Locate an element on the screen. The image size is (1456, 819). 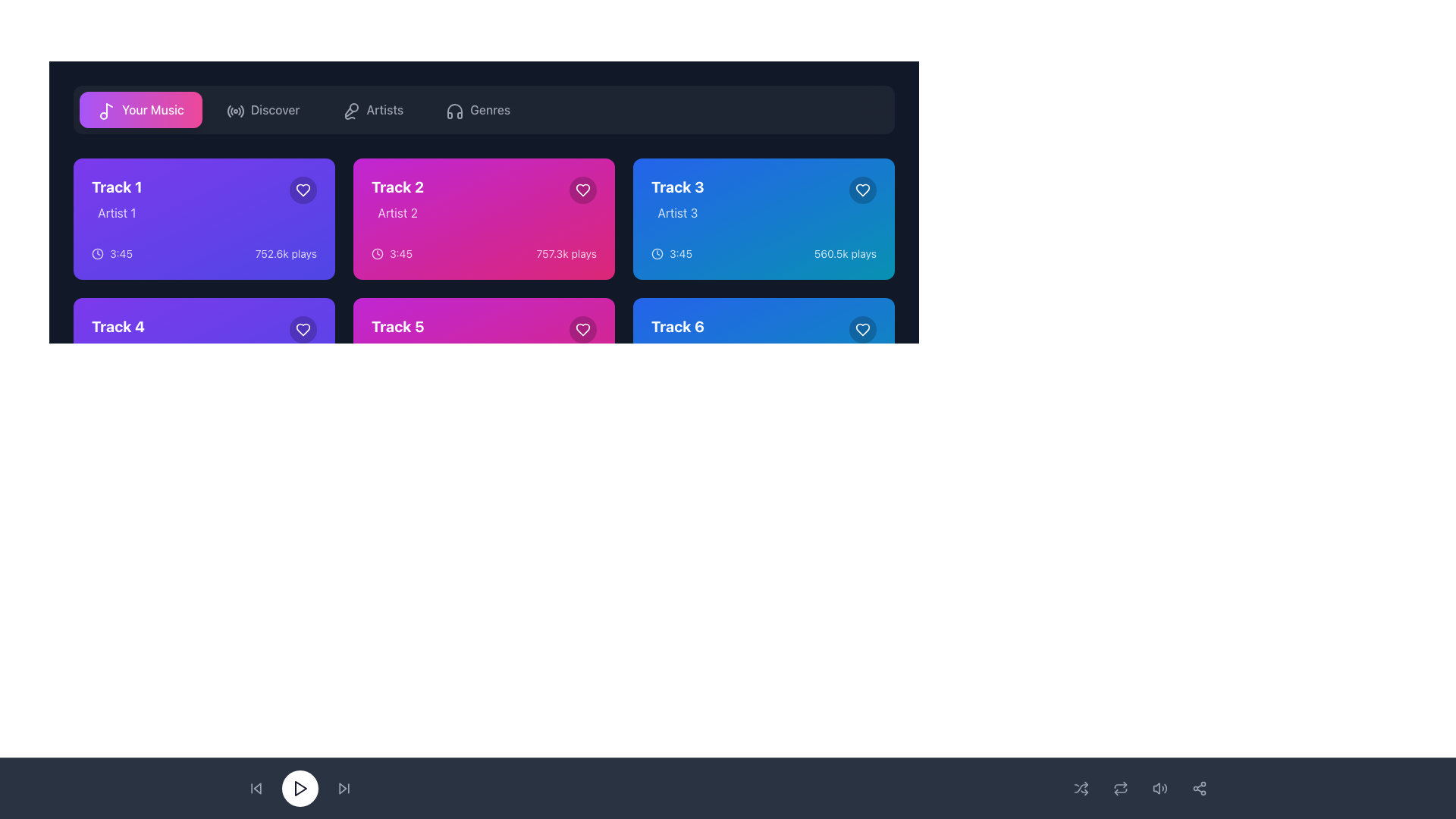
the heart icon located in the top-right corner of the 'Track 3' card is located at coordinates (862, 189).